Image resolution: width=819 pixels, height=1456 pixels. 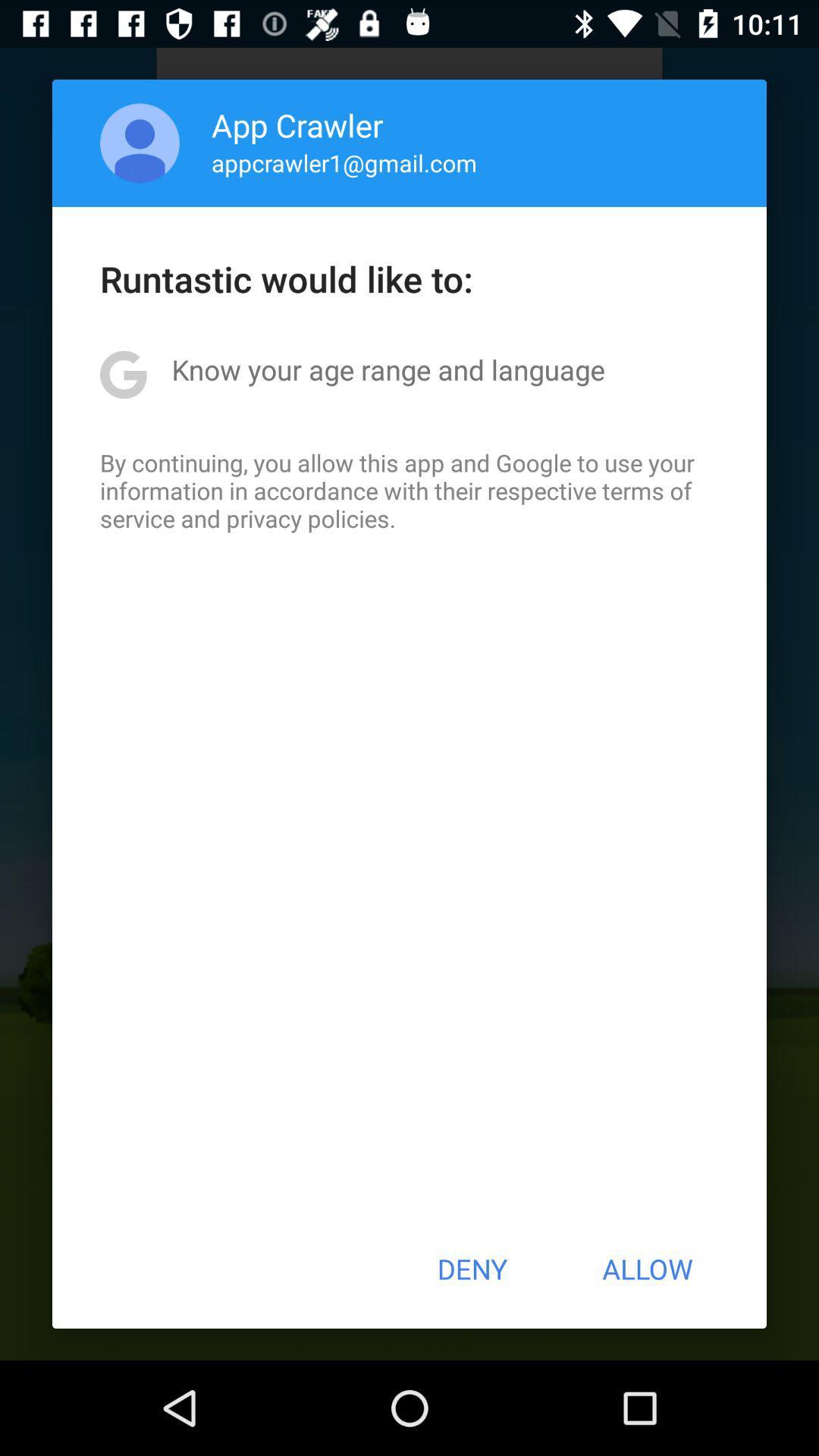 What do you see at coordinates (297, 124) in the screenshot?
I see `icon above appcrawler1@gmail.com icon` at bounding box center [297, 124].